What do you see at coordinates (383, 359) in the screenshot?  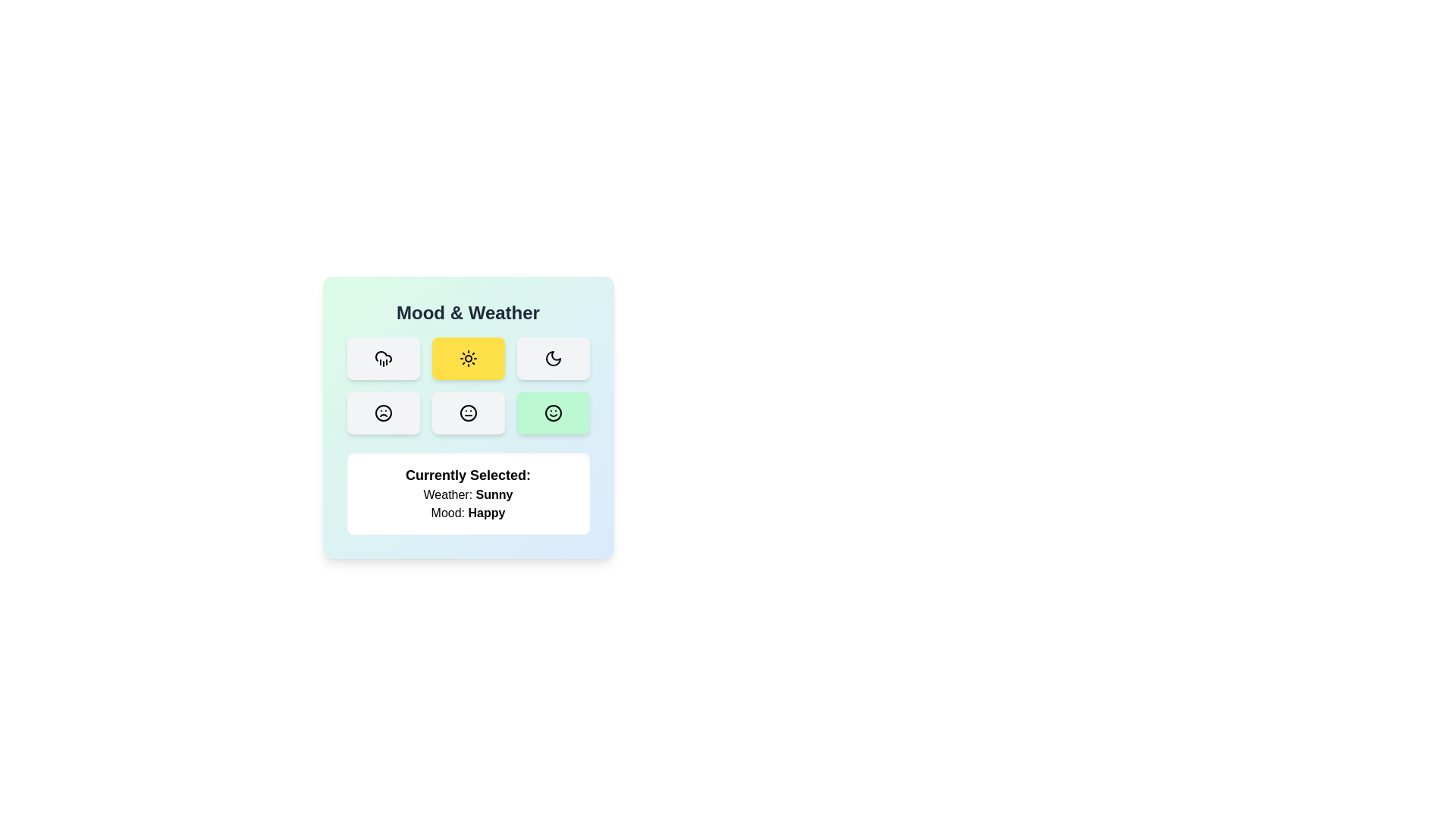 I see `the rectangular button with rounded corners and a light gray background, which contains a black cloud icon with raindrops, located in the top-left corner of the grid under 'Mood & Weather'` at bounding box center [383, 359].